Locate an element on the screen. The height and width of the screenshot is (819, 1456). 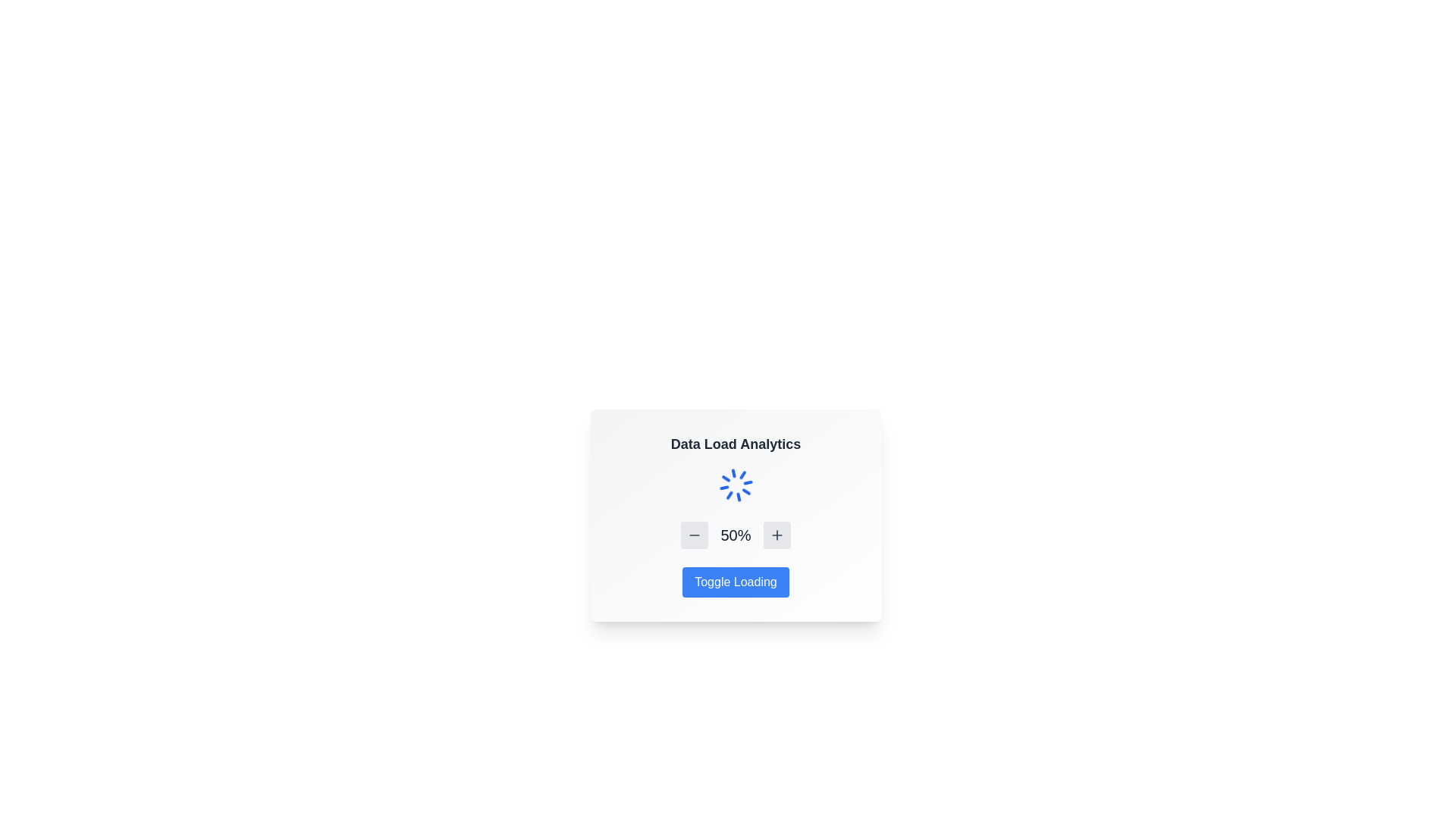
the small, square-shaped button with a gray background and a '+' symbol, located to the right of the '50%' text display is located at coordinates (777, 534).